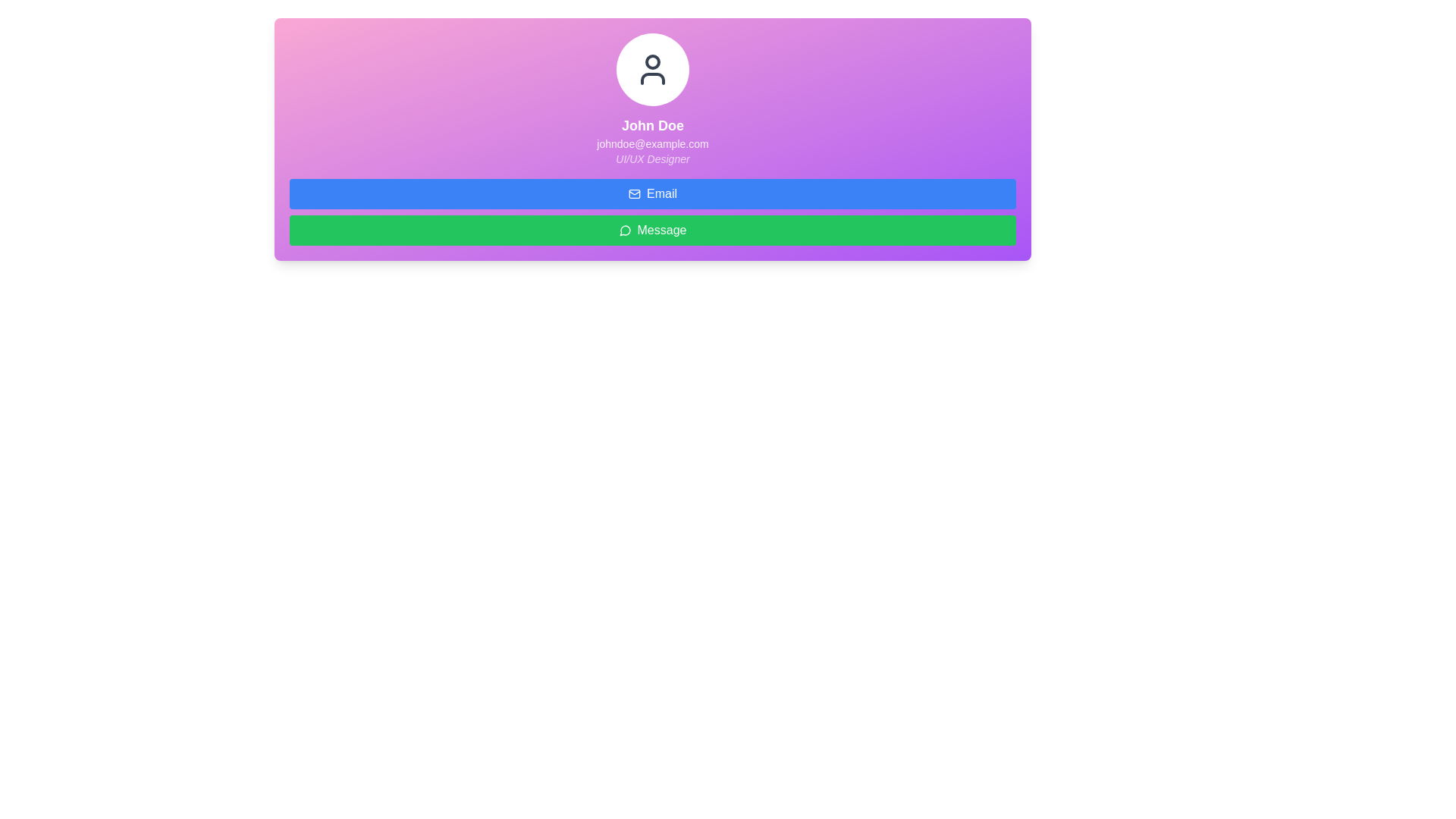 The height and width of the screenshot is (819, 1456). I want to click on the messaging icon located to the left of the green 'Message' button, which represents messaging functionality, so click(625, 231).